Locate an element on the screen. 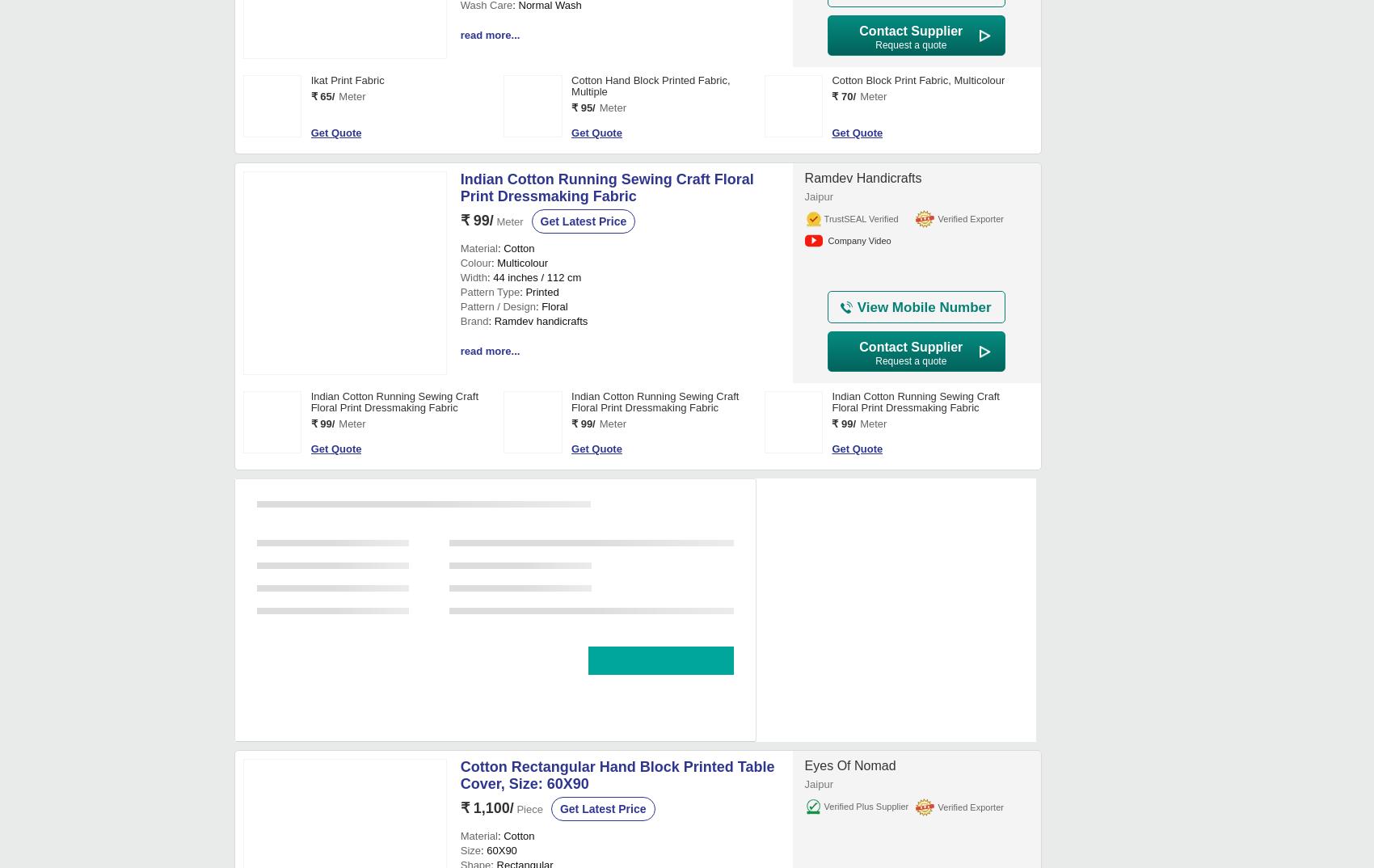 The image size is (1374, 868). ':  44 inches / 112 cm' is located at coordinates (533, 773).